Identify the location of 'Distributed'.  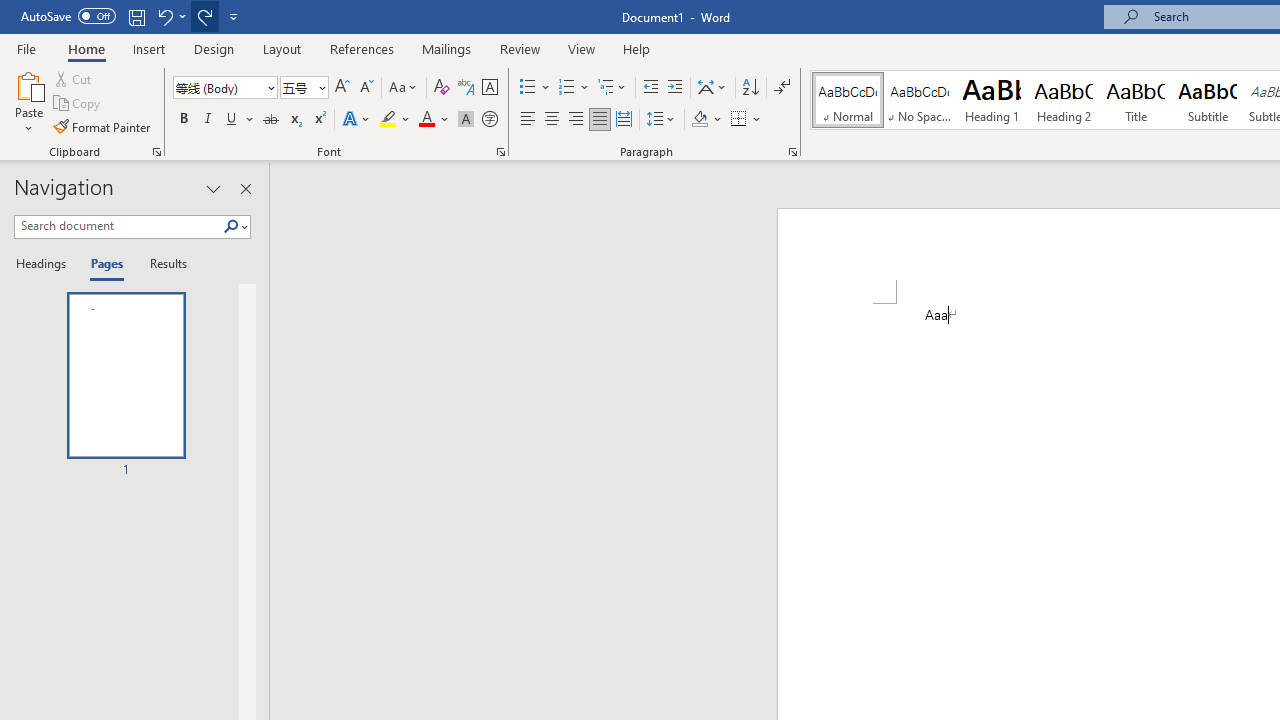
(623, 119).